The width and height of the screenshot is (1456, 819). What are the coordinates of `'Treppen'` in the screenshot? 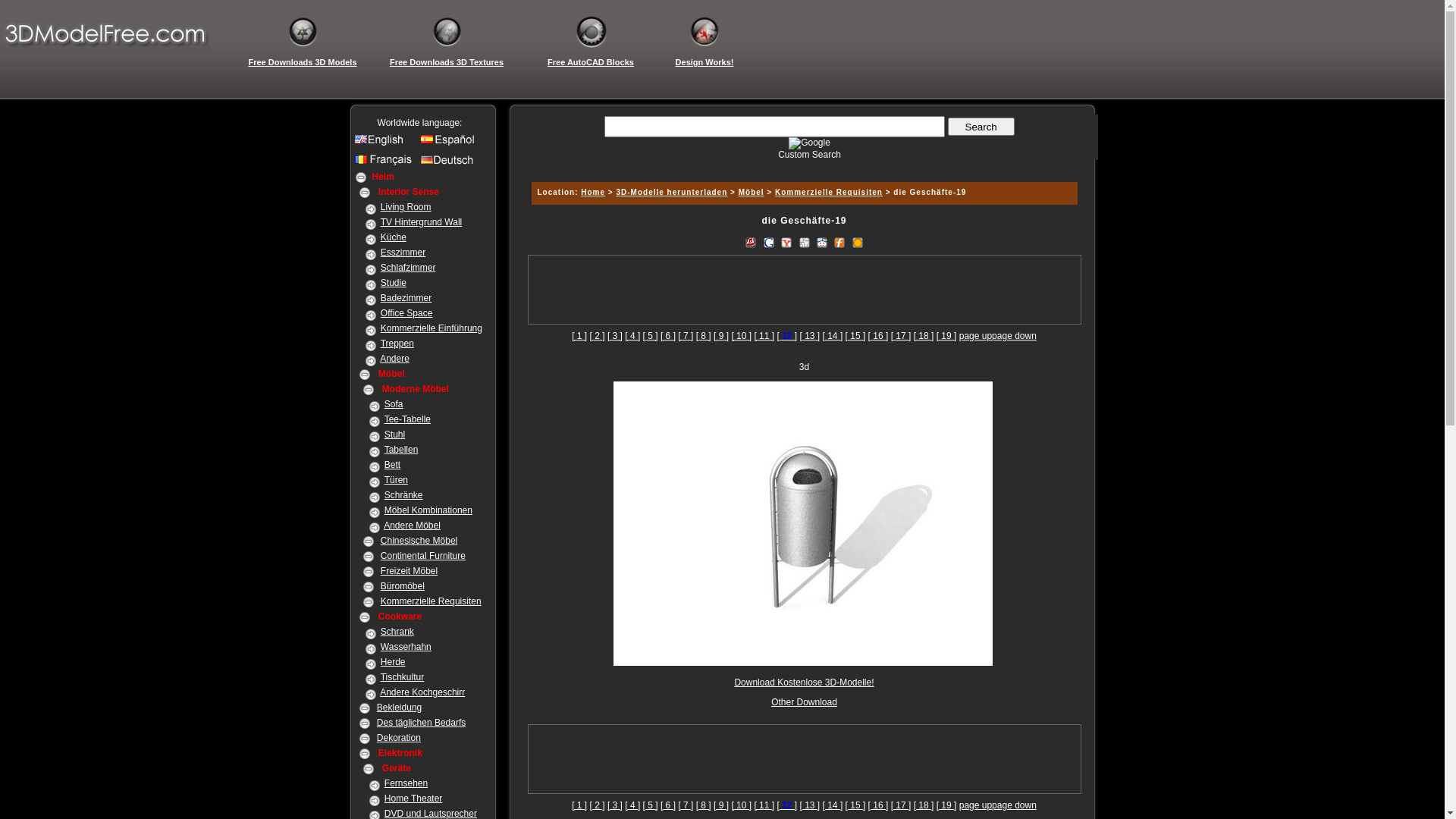 It's located at (381, 343).